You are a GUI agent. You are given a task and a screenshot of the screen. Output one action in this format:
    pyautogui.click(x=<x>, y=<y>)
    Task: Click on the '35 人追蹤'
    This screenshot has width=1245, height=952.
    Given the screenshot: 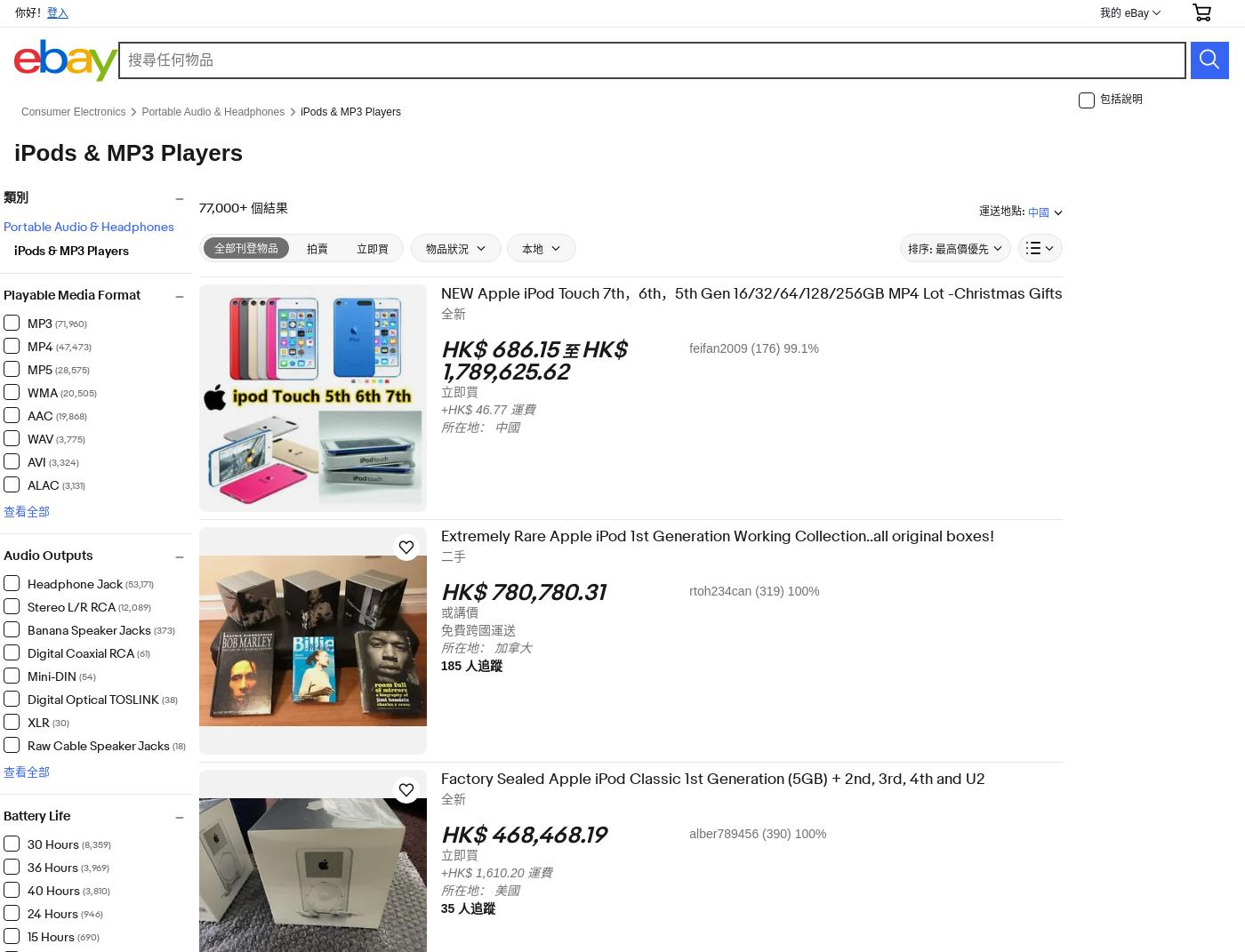 What is the action you would take?
    pyautogui.click(x=479, y=908)
    